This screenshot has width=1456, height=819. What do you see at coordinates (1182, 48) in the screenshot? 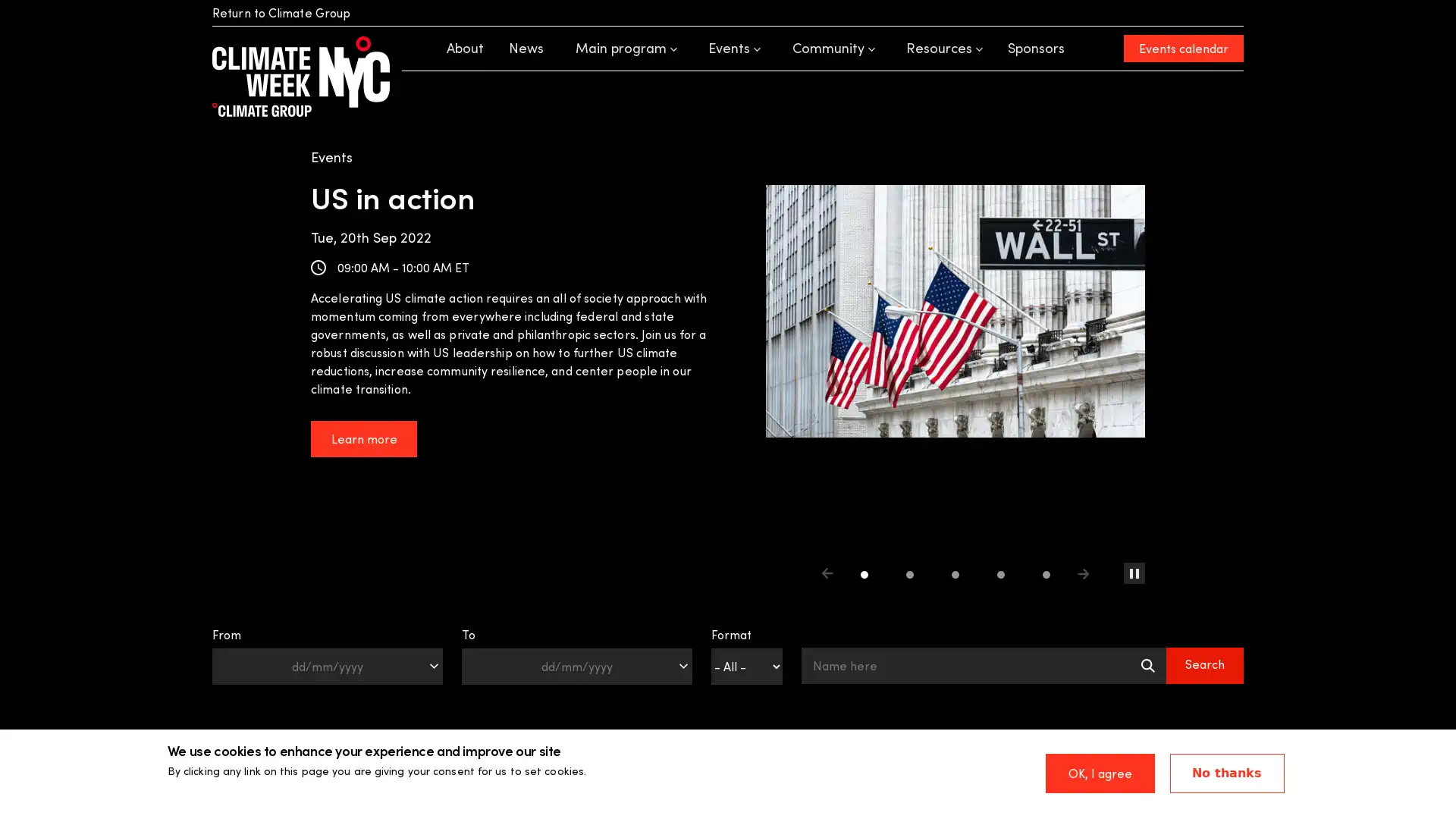
I see `Events calendar` at bounding box center [1182, 48].